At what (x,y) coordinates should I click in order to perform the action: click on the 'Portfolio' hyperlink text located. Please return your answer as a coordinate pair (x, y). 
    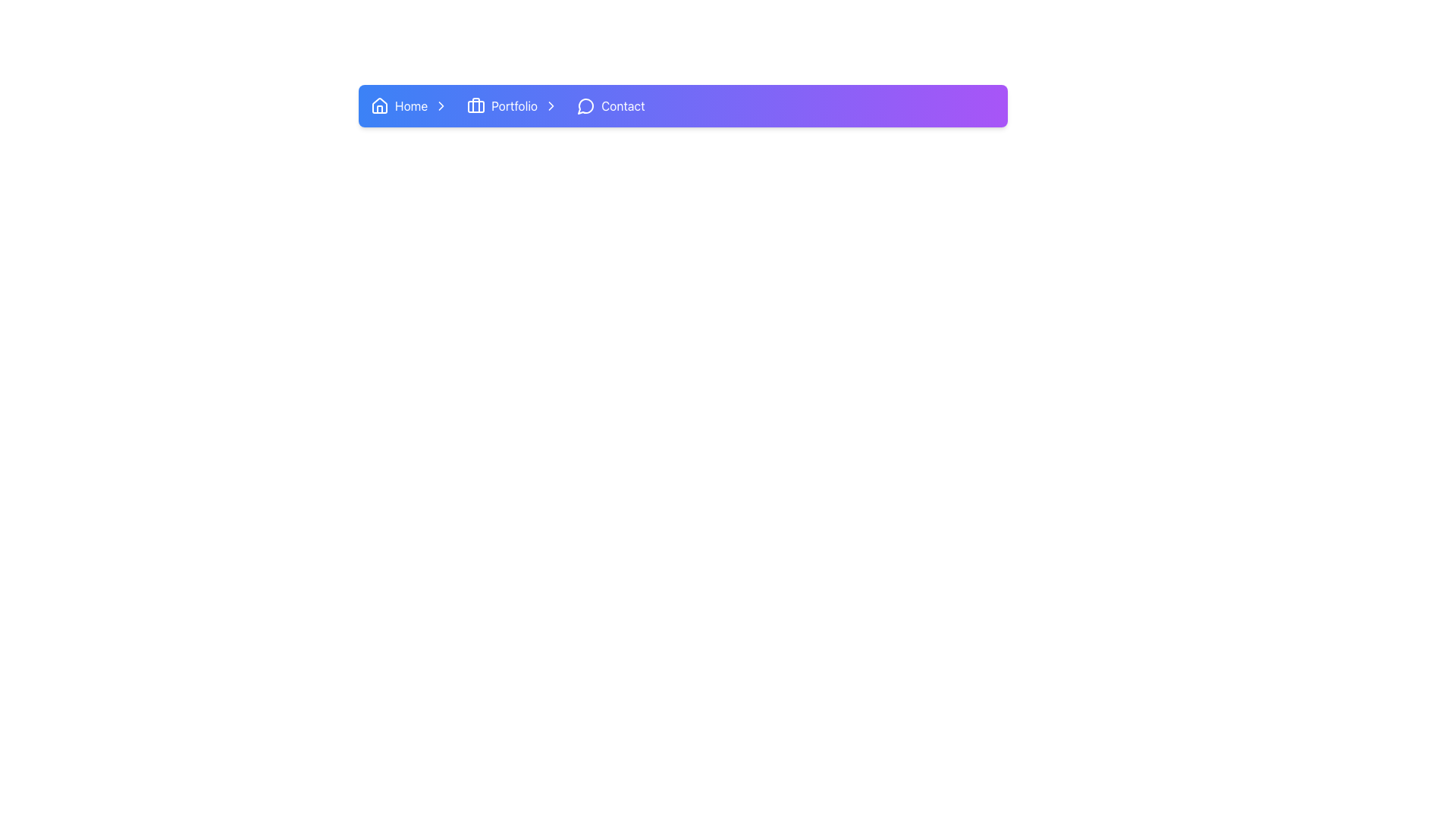
    Looking at the image, I should click on (516, 105).